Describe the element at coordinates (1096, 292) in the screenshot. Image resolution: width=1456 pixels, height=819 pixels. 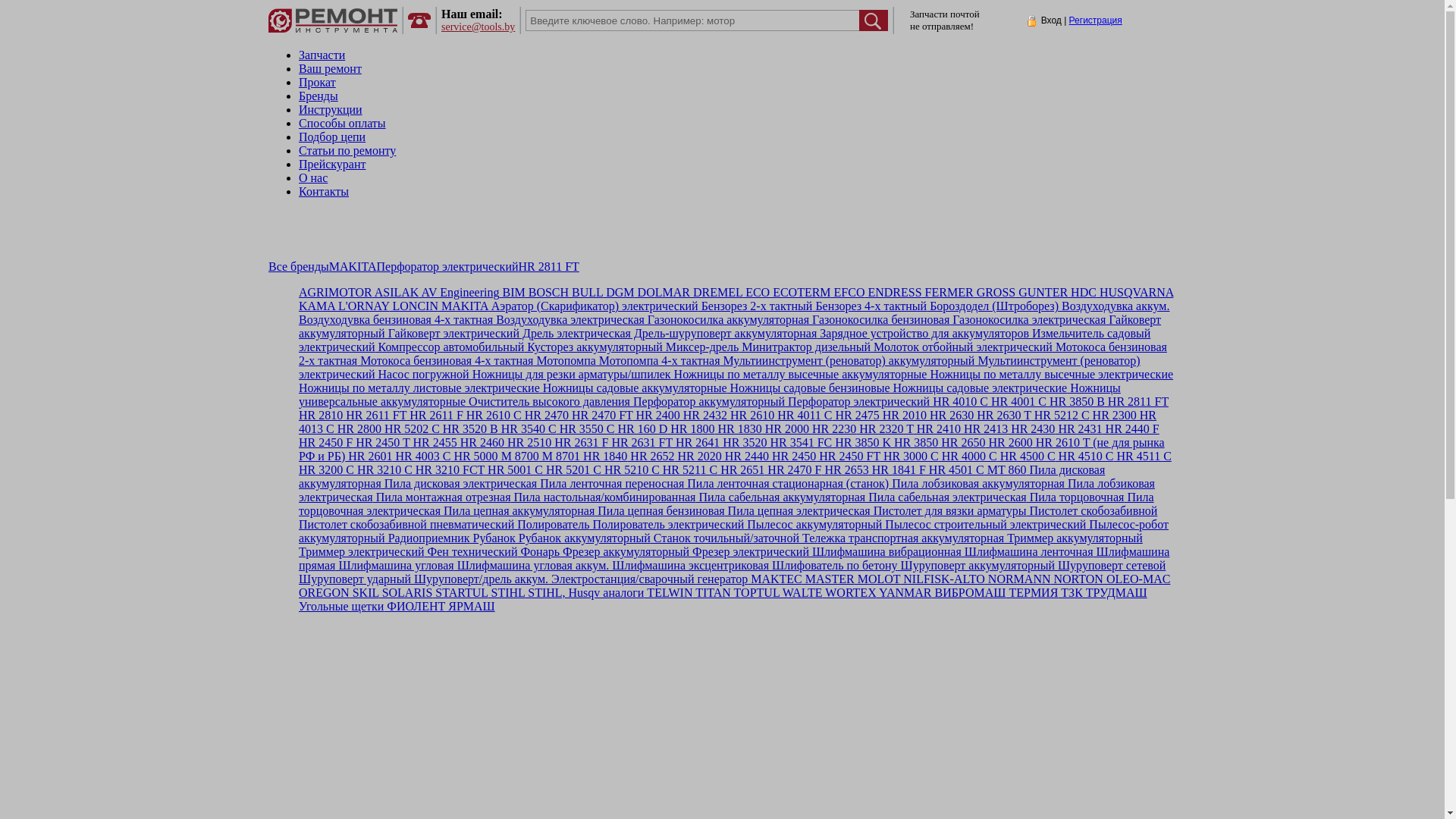
I see `'HUSQVARNA'` at that location.